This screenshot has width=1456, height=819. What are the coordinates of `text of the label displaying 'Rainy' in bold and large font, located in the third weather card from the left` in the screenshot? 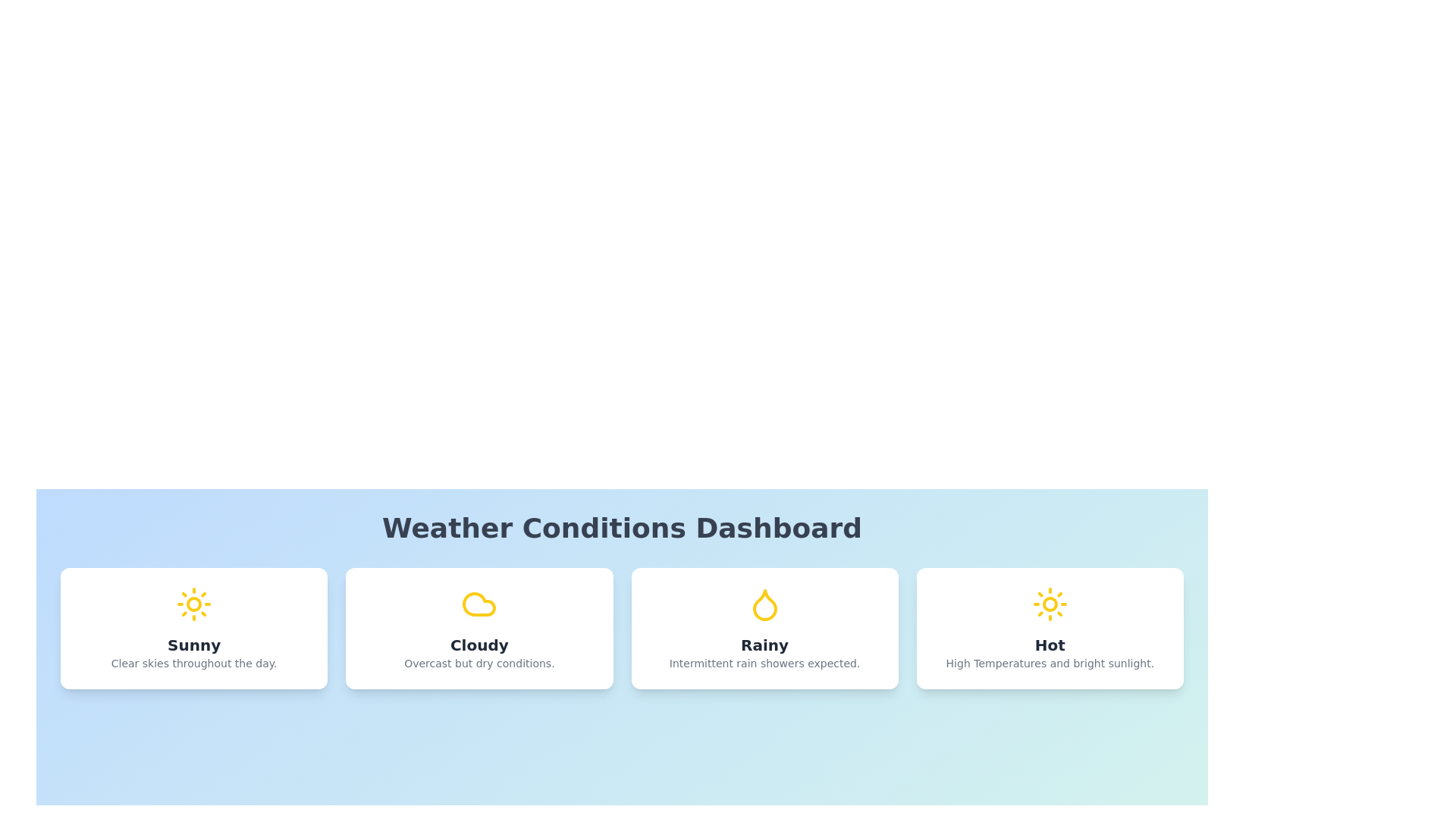 It's located at (764, 645).